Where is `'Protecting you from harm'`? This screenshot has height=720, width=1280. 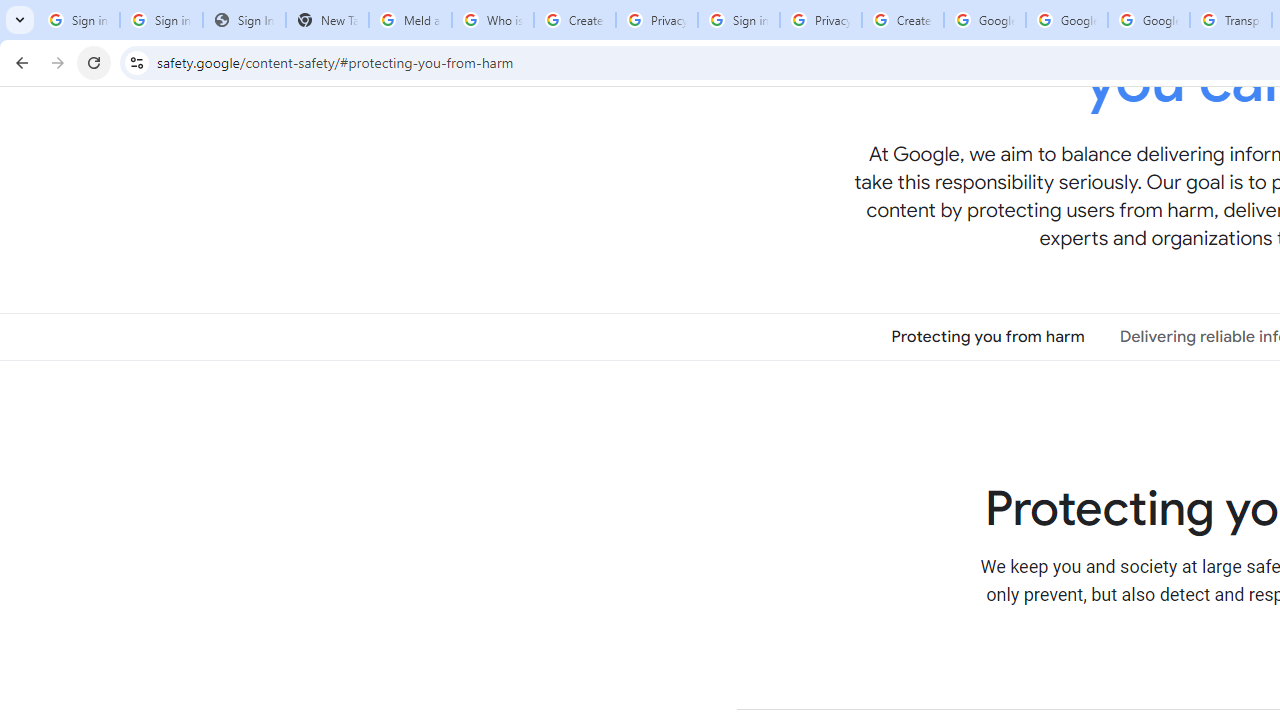
'Protecting you from harm' is located at coordinates (988, 335).